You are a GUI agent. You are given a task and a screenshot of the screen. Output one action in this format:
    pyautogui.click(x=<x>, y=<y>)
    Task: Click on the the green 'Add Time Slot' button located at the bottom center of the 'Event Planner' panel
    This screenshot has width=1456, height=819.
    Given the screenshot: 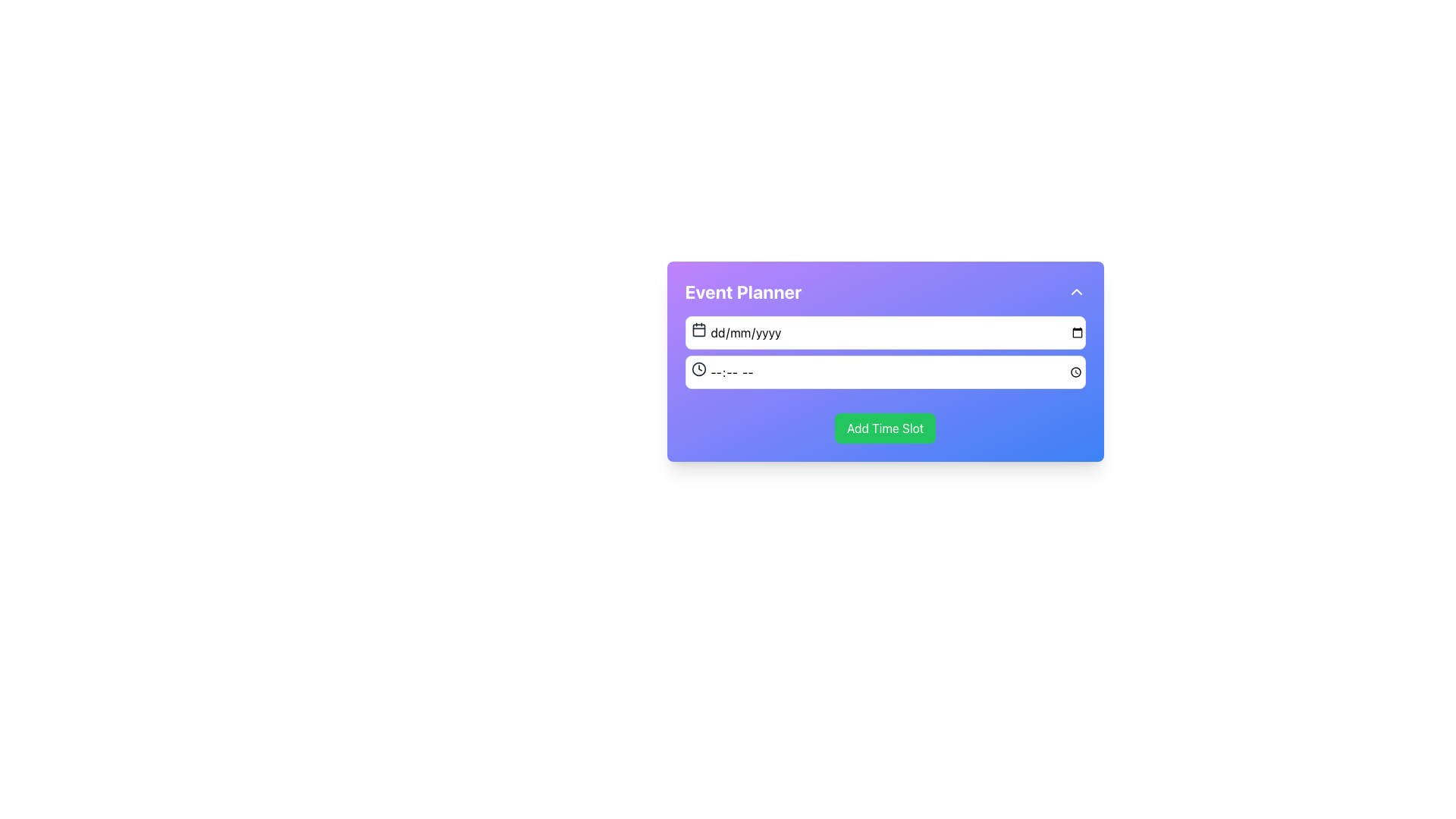 What is the action you would take?
    pyautogui.click(x=885, y=422)
    